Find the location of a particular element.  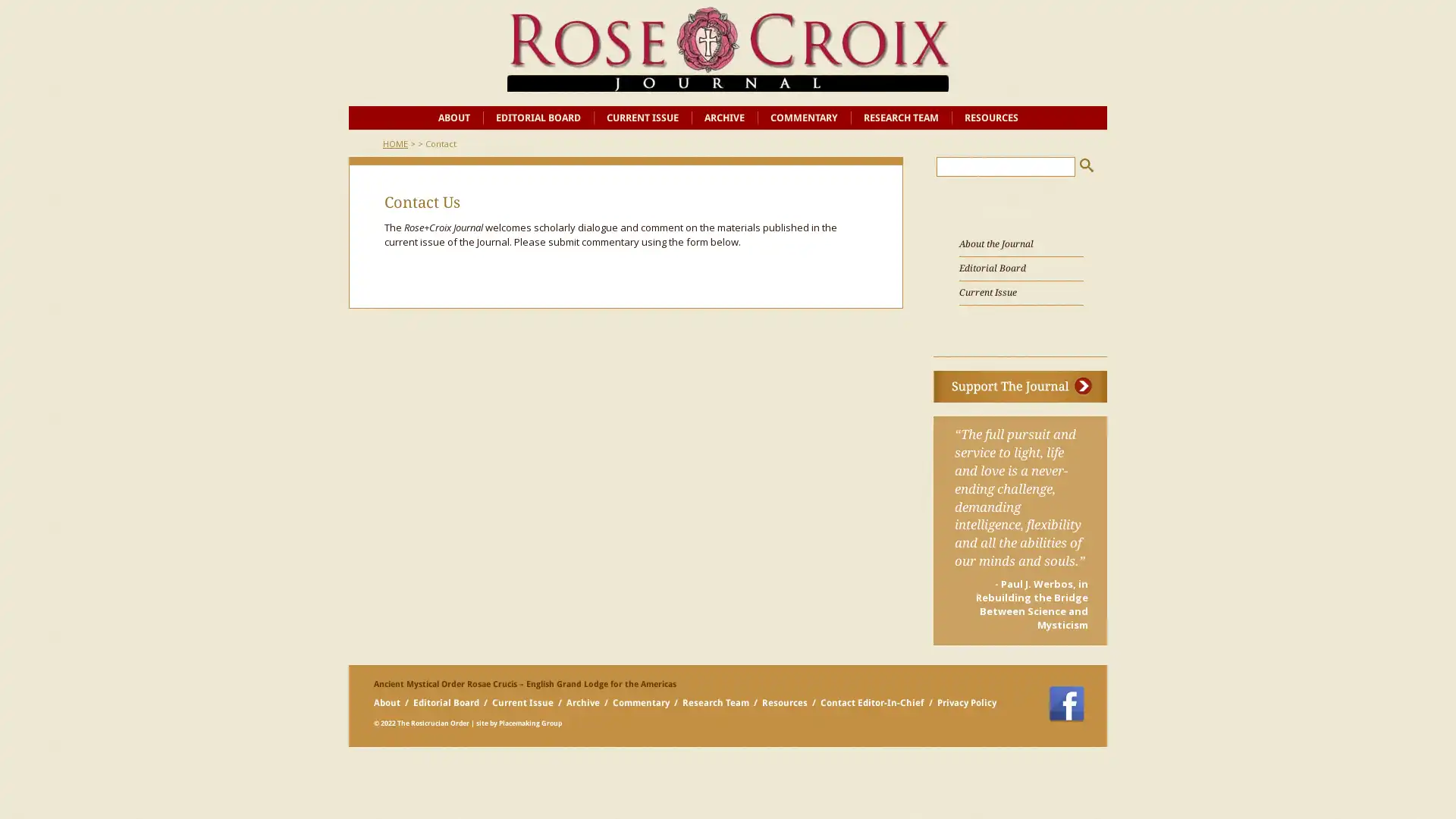

search is located at coordinates (1086, 165).